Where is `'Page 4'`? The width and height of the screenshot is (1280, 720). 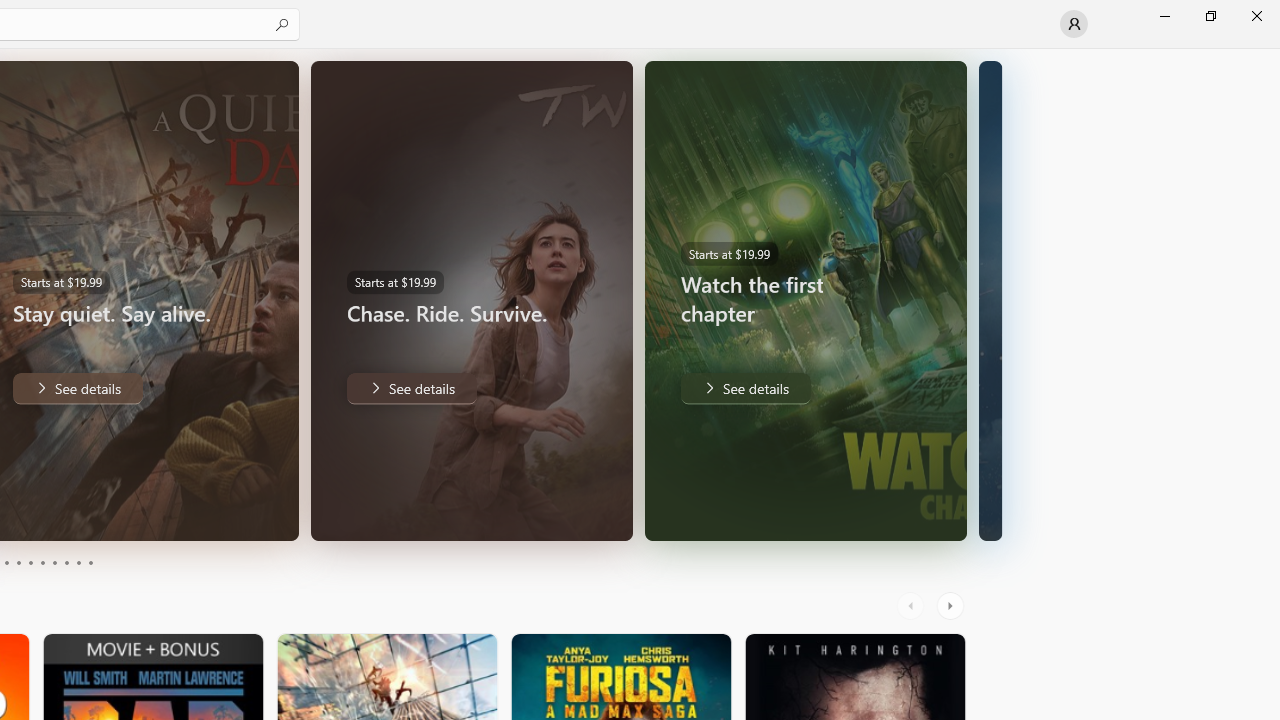 'Page 4' is located at coordinates (17, 563).